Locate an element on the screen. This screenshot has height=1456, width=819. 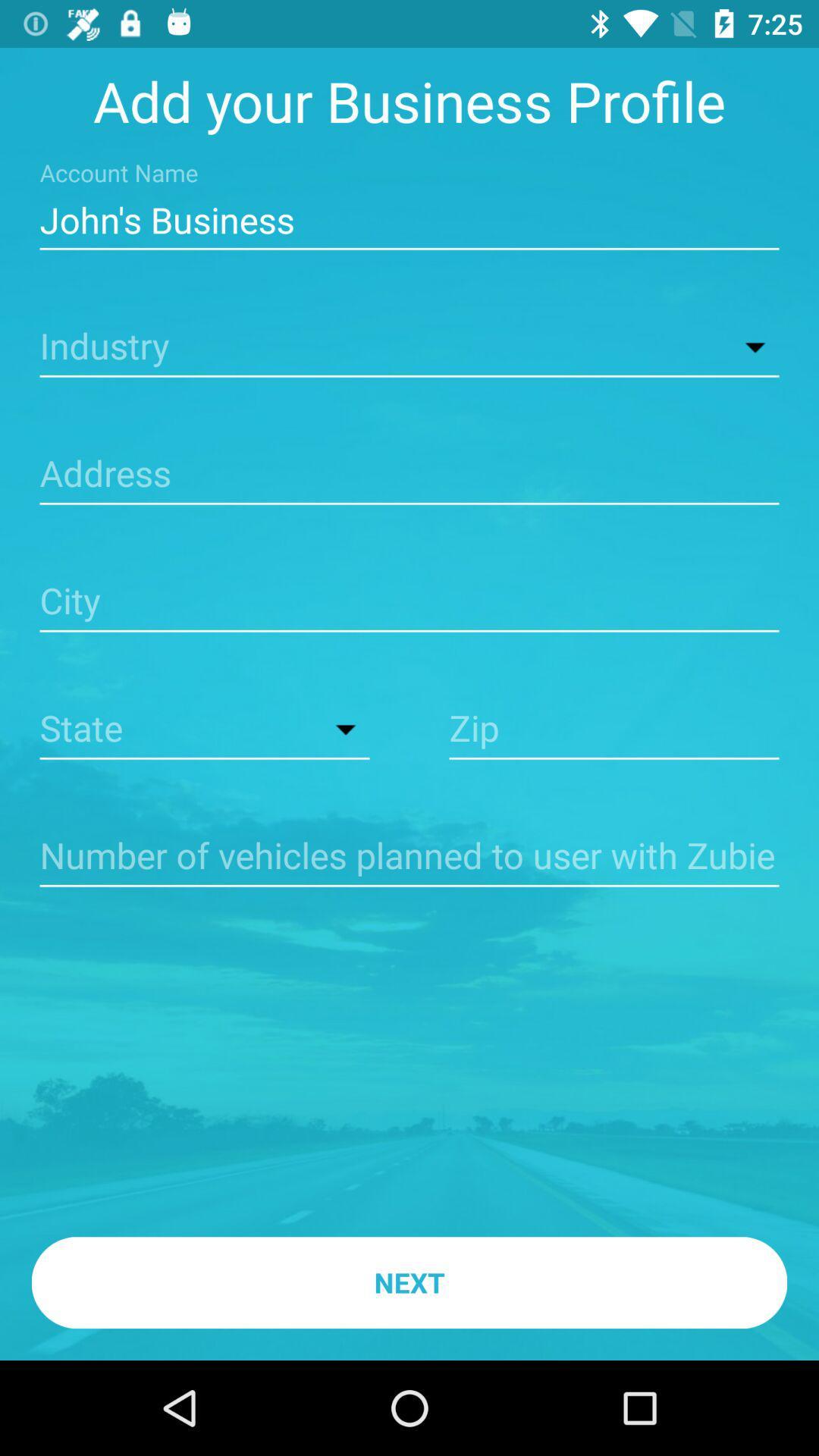
shows empty line is located at coordinates (409, 858).